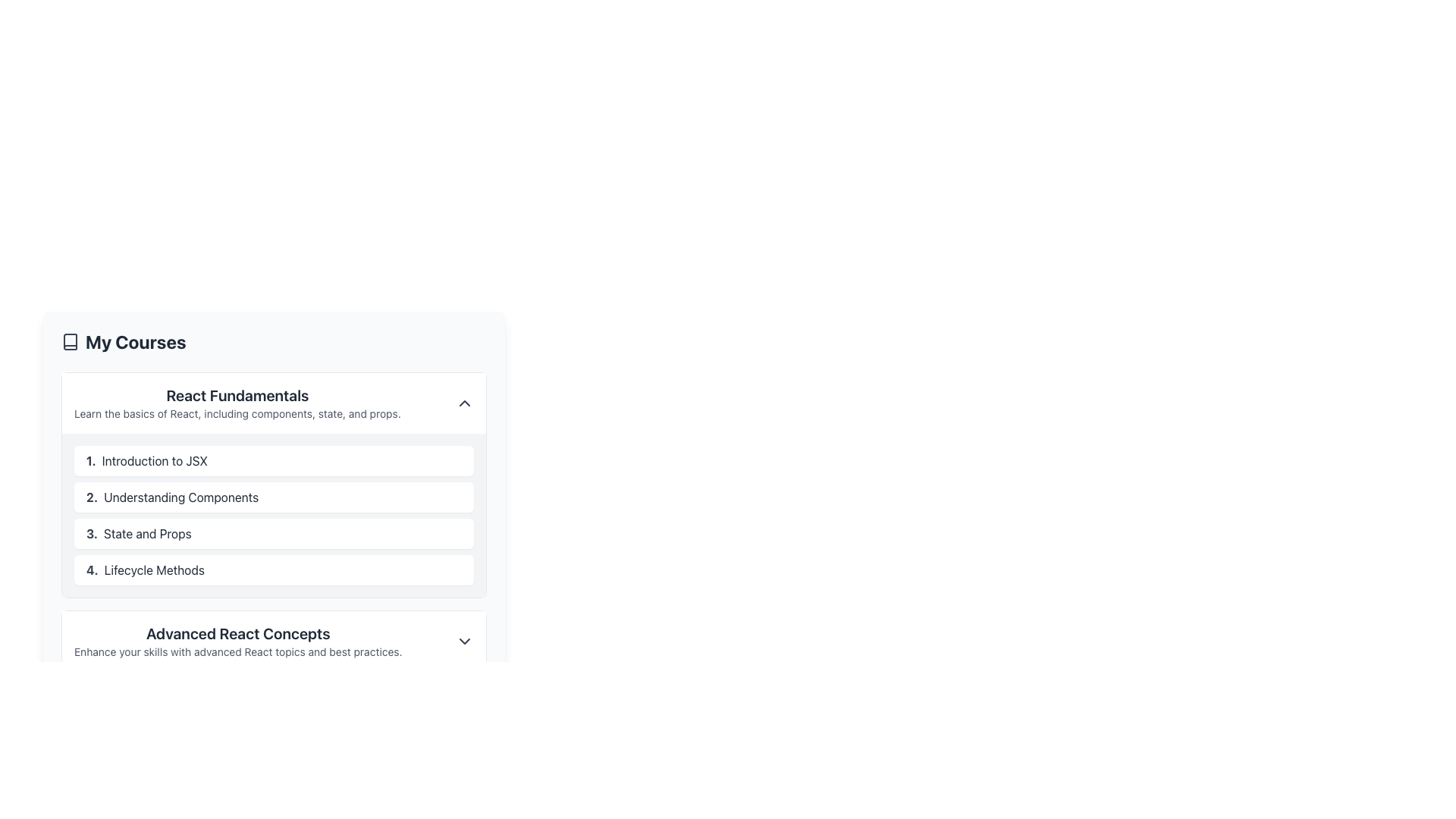 This screenshot has height=819, width=1456. I want to click on the button labeled '2. Understanding Components' which is the second item in the list under the 'React Fundamentals' section, so click(274, 497).